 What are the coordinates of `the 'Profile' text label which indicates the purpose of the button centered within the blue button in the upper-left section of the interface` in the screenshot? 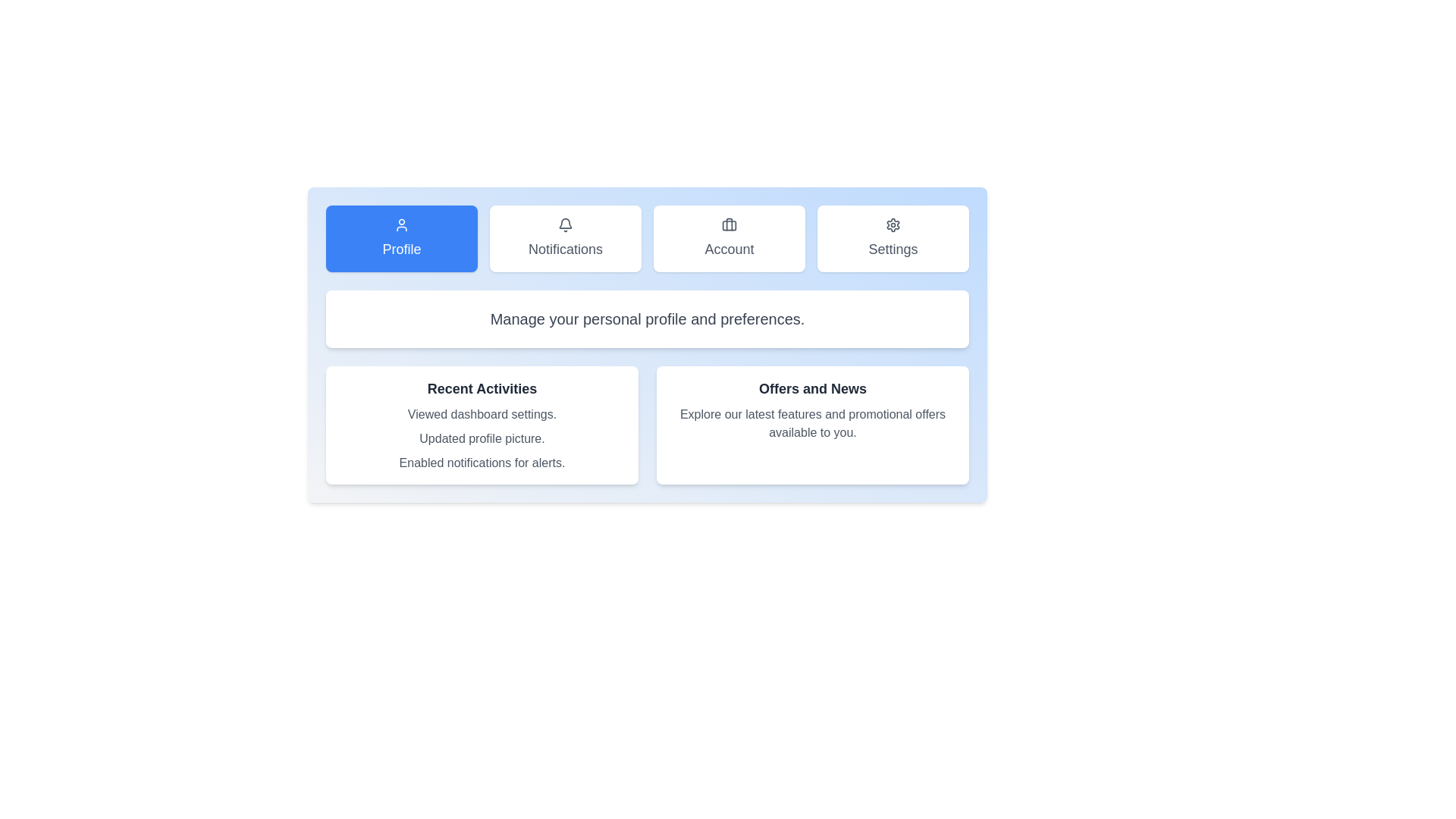 It's located at (401, 248).